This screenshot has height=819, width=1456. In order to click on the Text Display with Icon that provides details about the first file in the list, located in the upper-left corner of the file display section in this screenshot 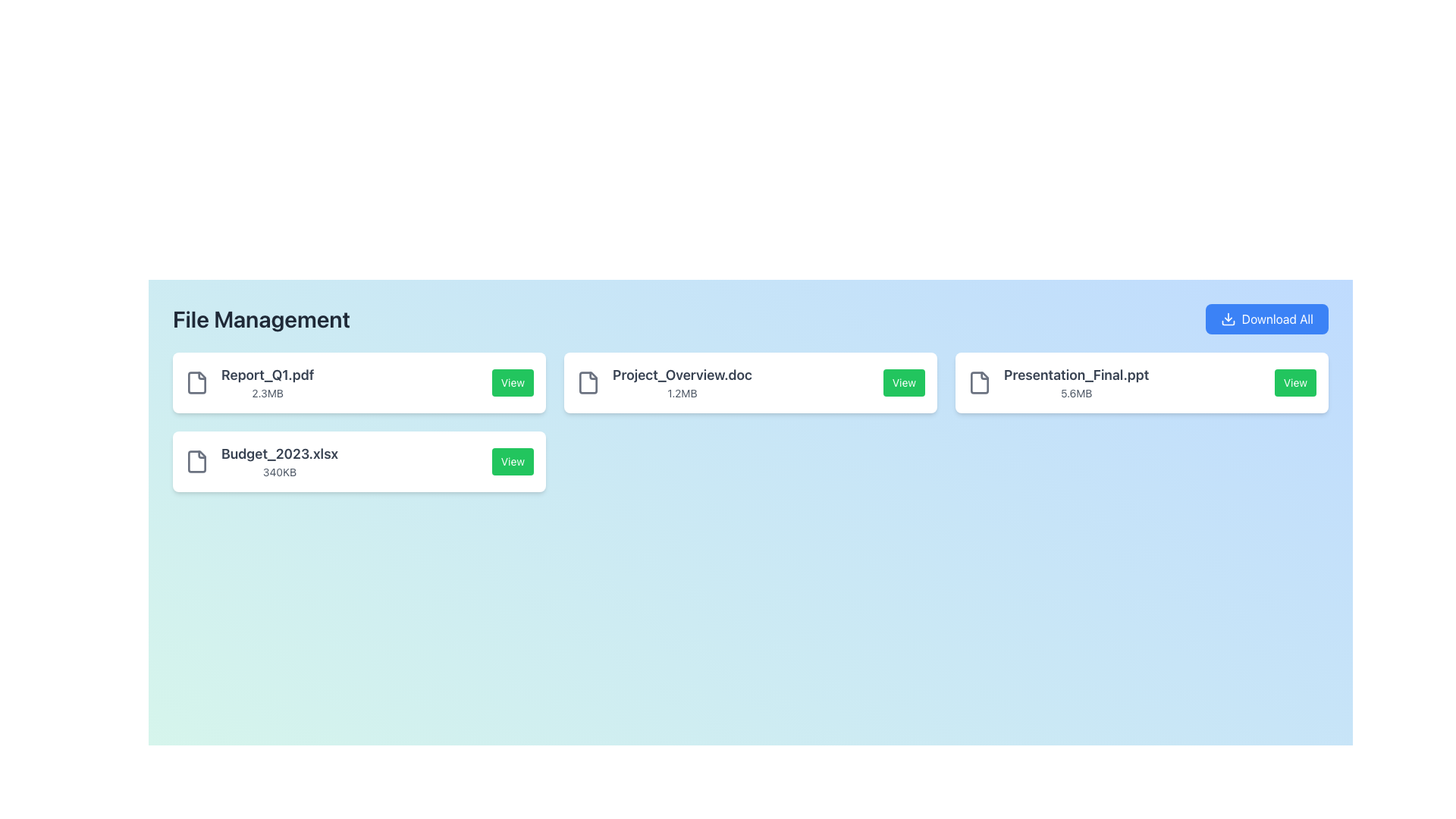, I will do `click(249, 382)`.